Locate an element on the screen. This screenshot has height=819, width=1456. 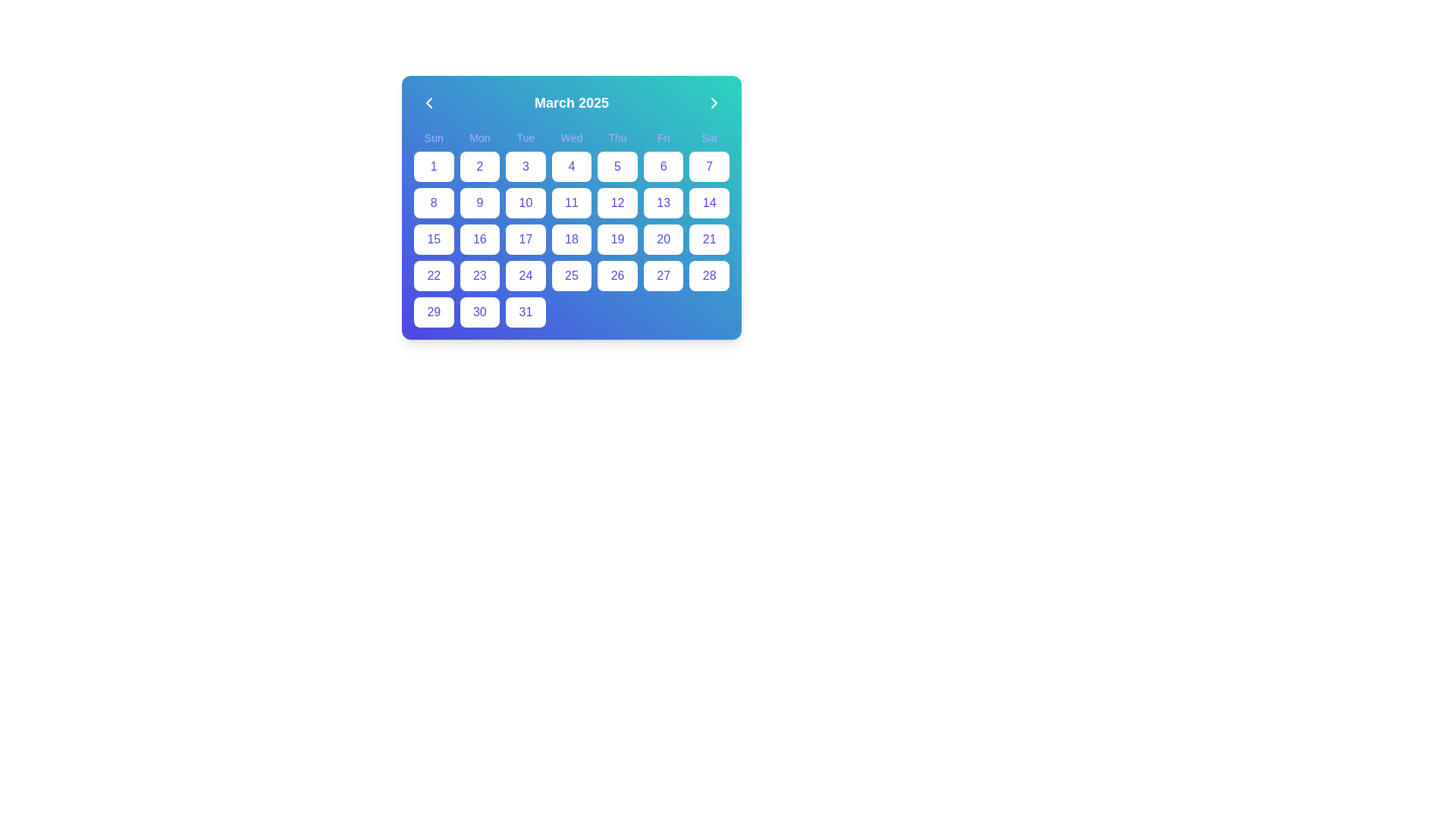
the navigation button located at the leftmost side of the calendar header to move to the previous month is located at coordinates (428, 102).